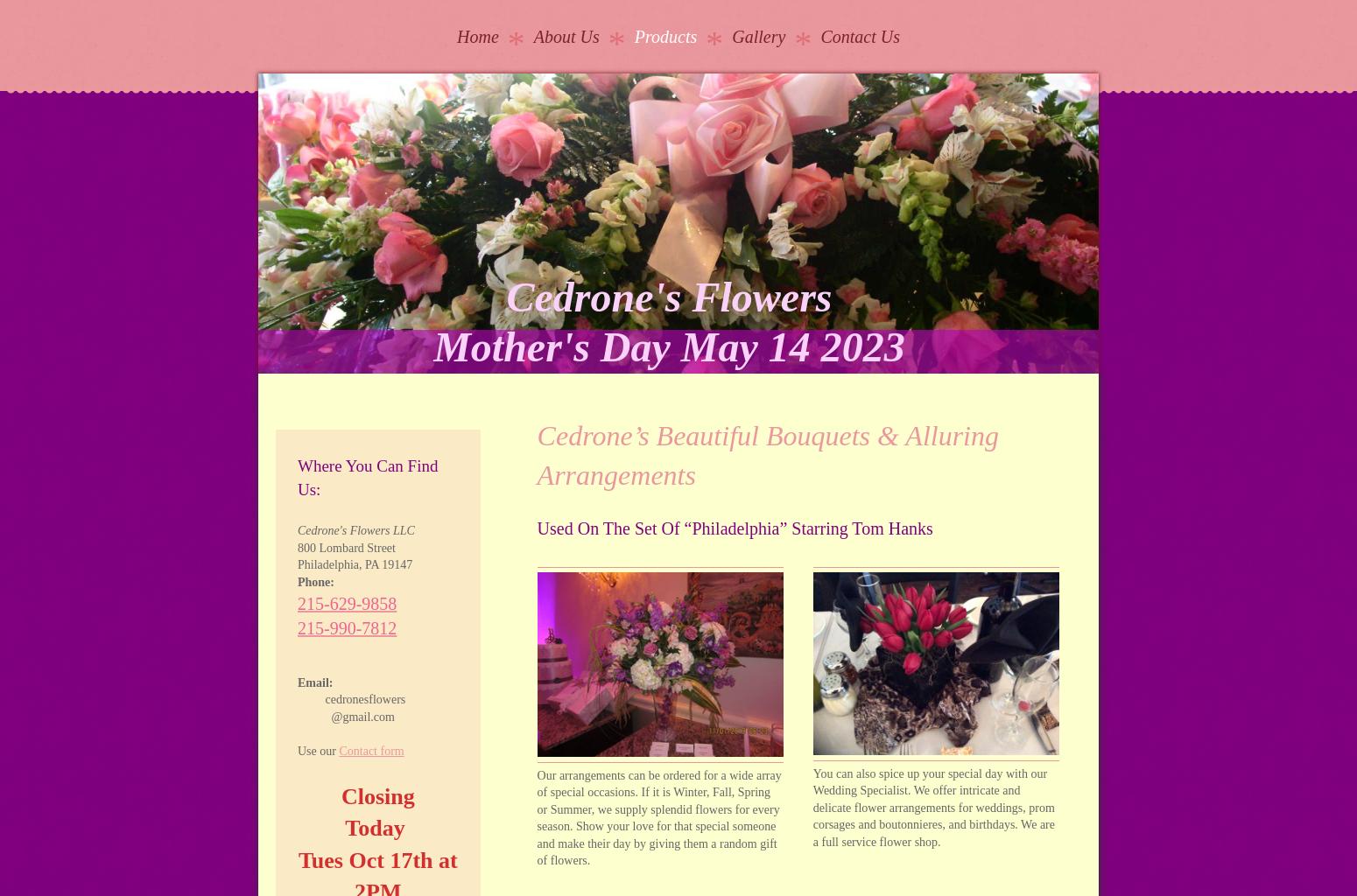 This screenshot has width=1357, height=896. I want to click on 'Used On The Set Of “Philadelphia” Starring Tom Hanks', so click(734, 528).